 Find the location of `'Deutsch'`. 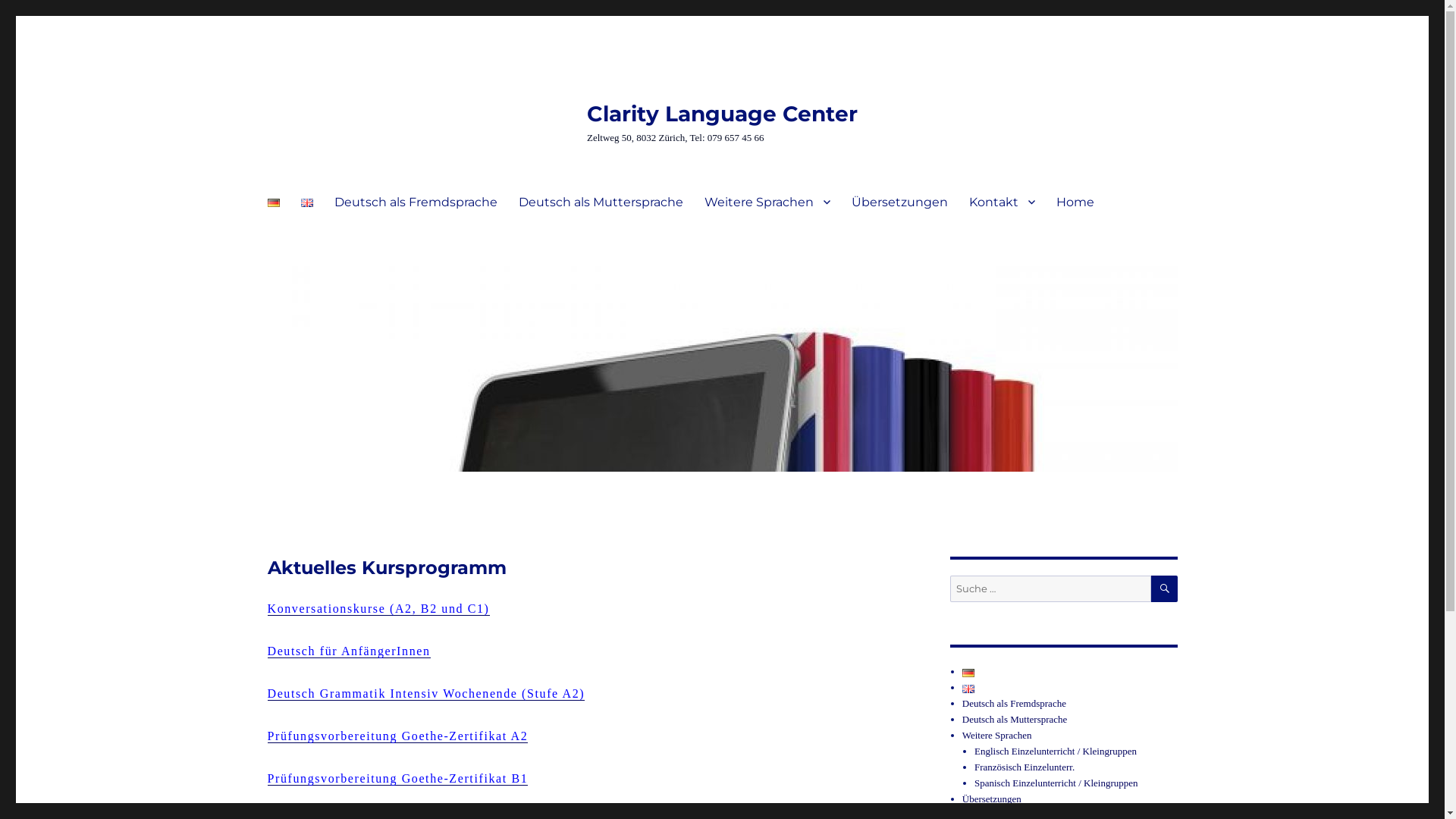

'Deutsch' is located at coordinates (273, 202).